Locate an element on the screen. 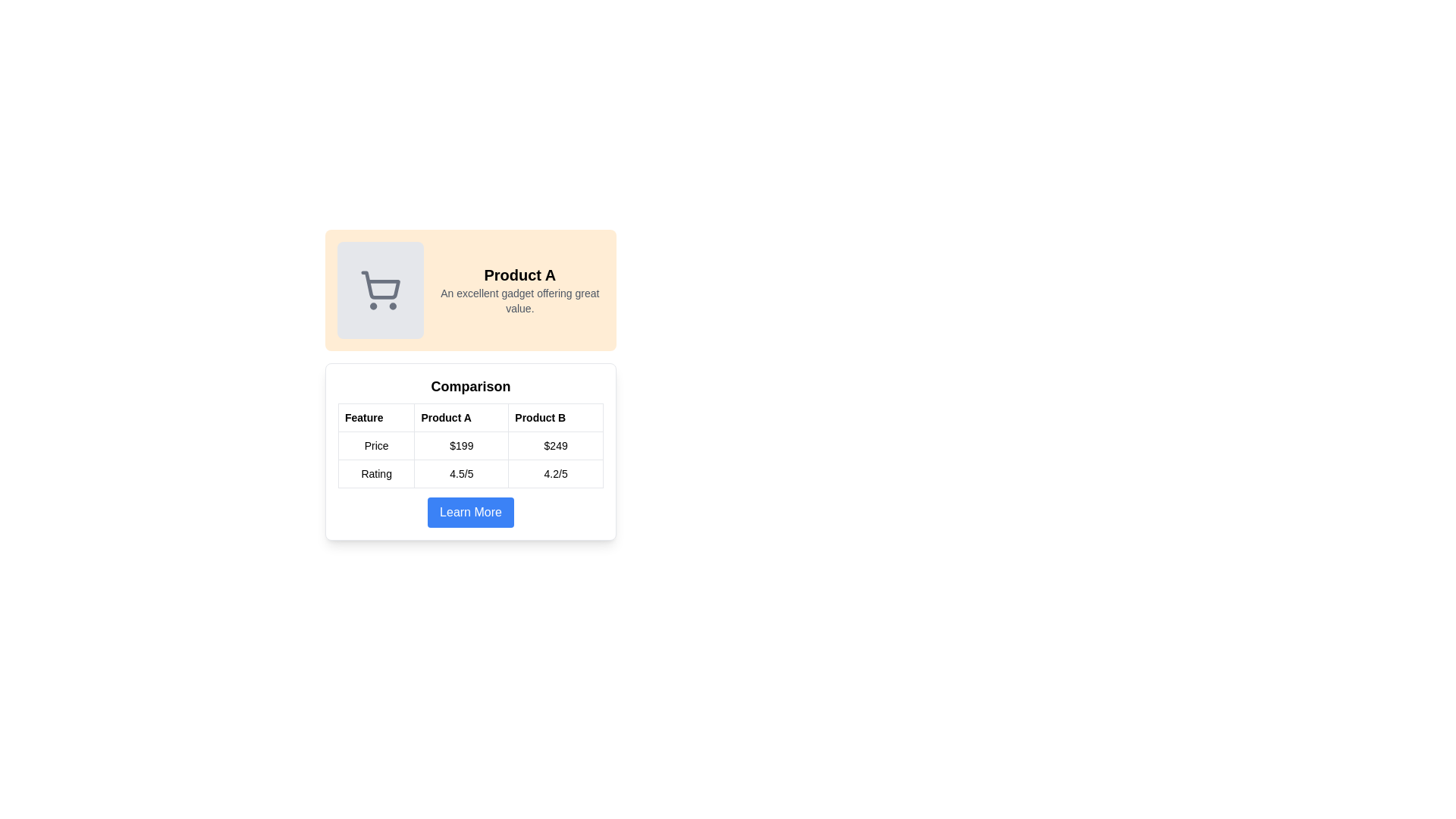 The image size is (1456, 819). the Text Cell displaying the price of Product A, which is located as the middle cell in the first row of a table, between the 'Price' cell on the left and the '$249' cell on the right is located at coordinates (469, 444).